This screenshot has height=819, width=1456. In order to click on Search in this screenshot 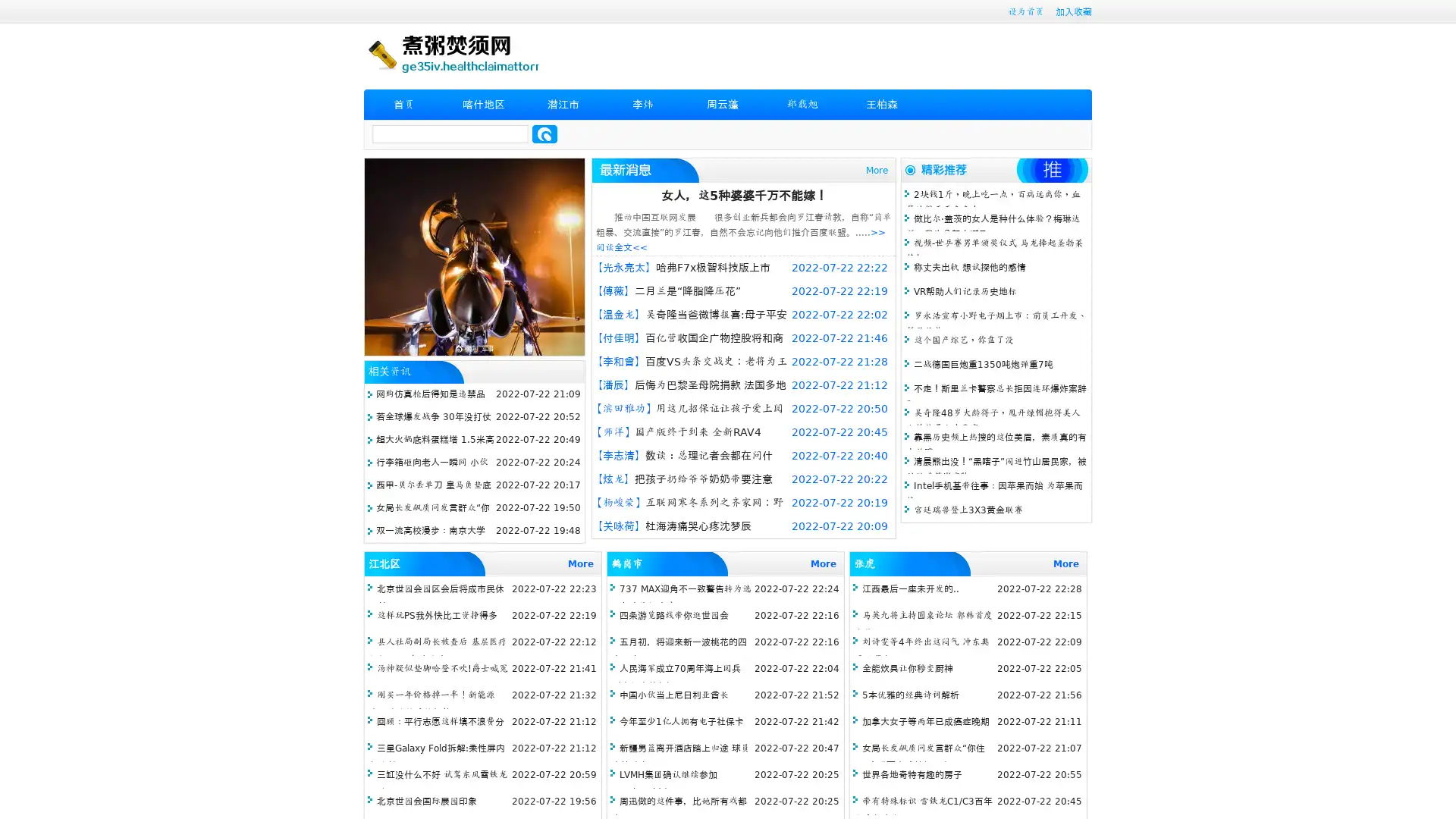, I will do `click(544, 133)`.